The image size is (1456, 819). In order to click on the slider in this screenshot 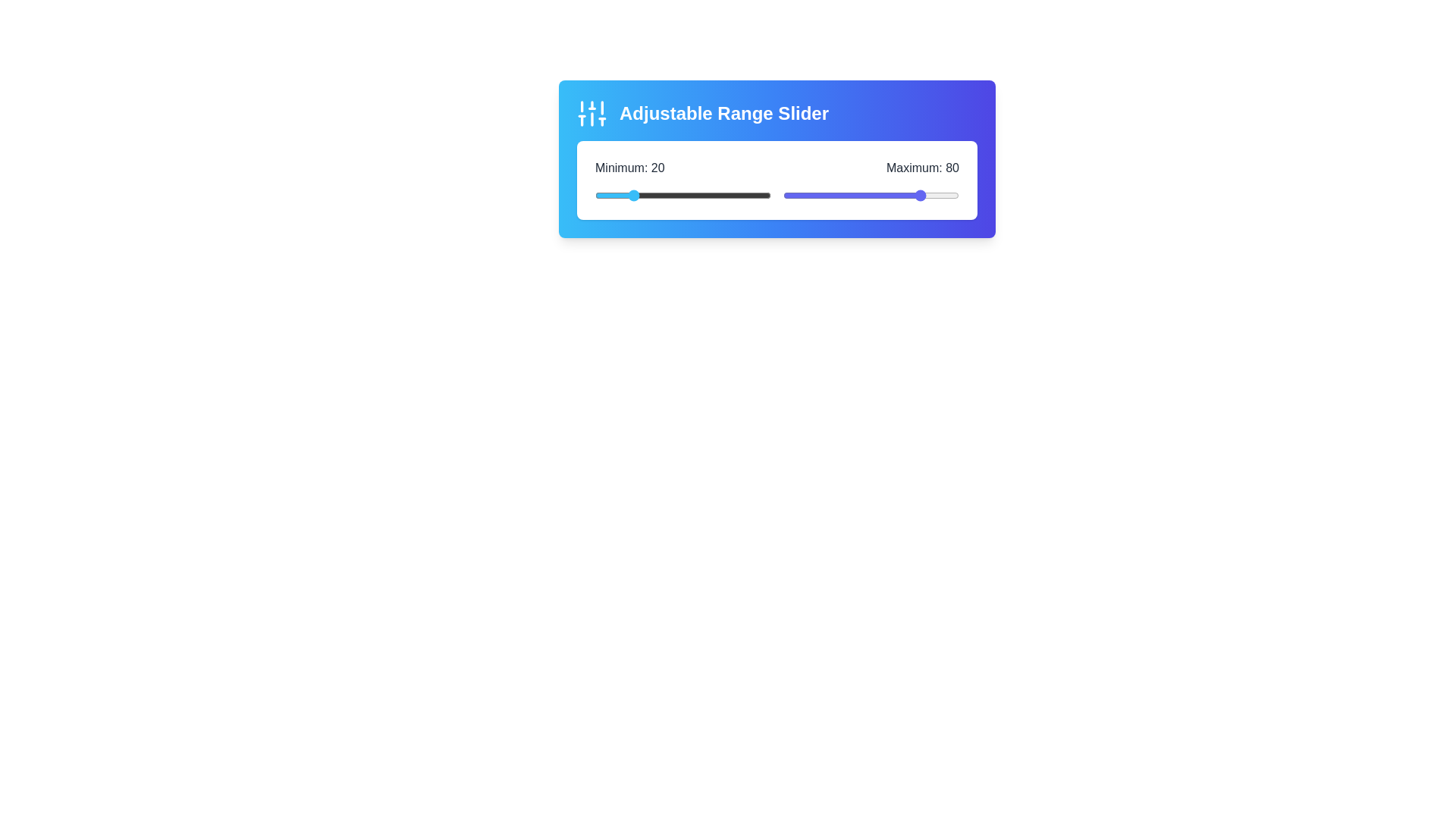, I will do `click(918, 195)`.